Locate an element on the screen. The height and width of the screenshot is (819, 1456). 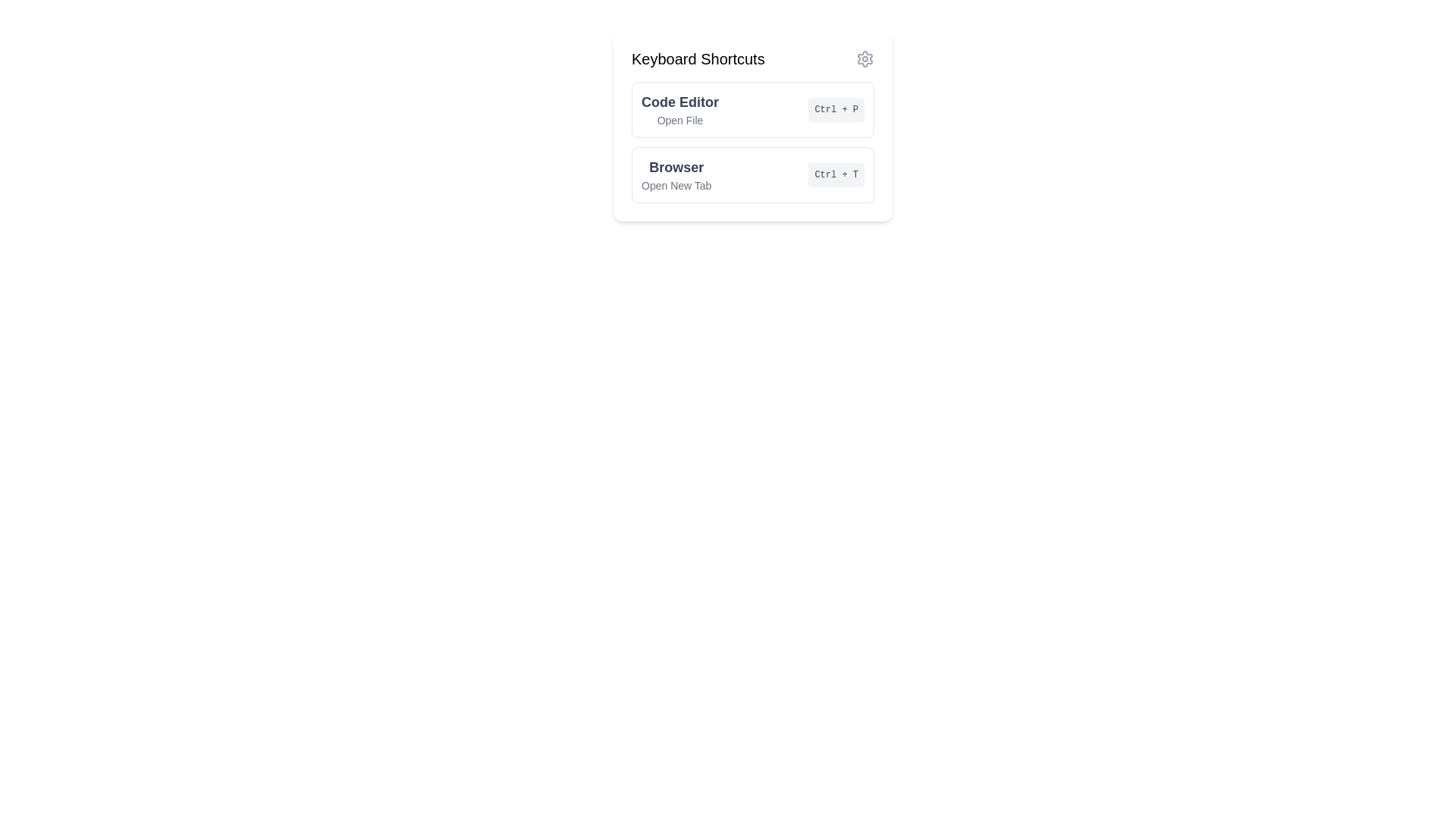
the Information Panel that presents keyboard shortcut information, located centrally below the title 'Keyboard Shortcuts' is located at coordinates (753, 143).